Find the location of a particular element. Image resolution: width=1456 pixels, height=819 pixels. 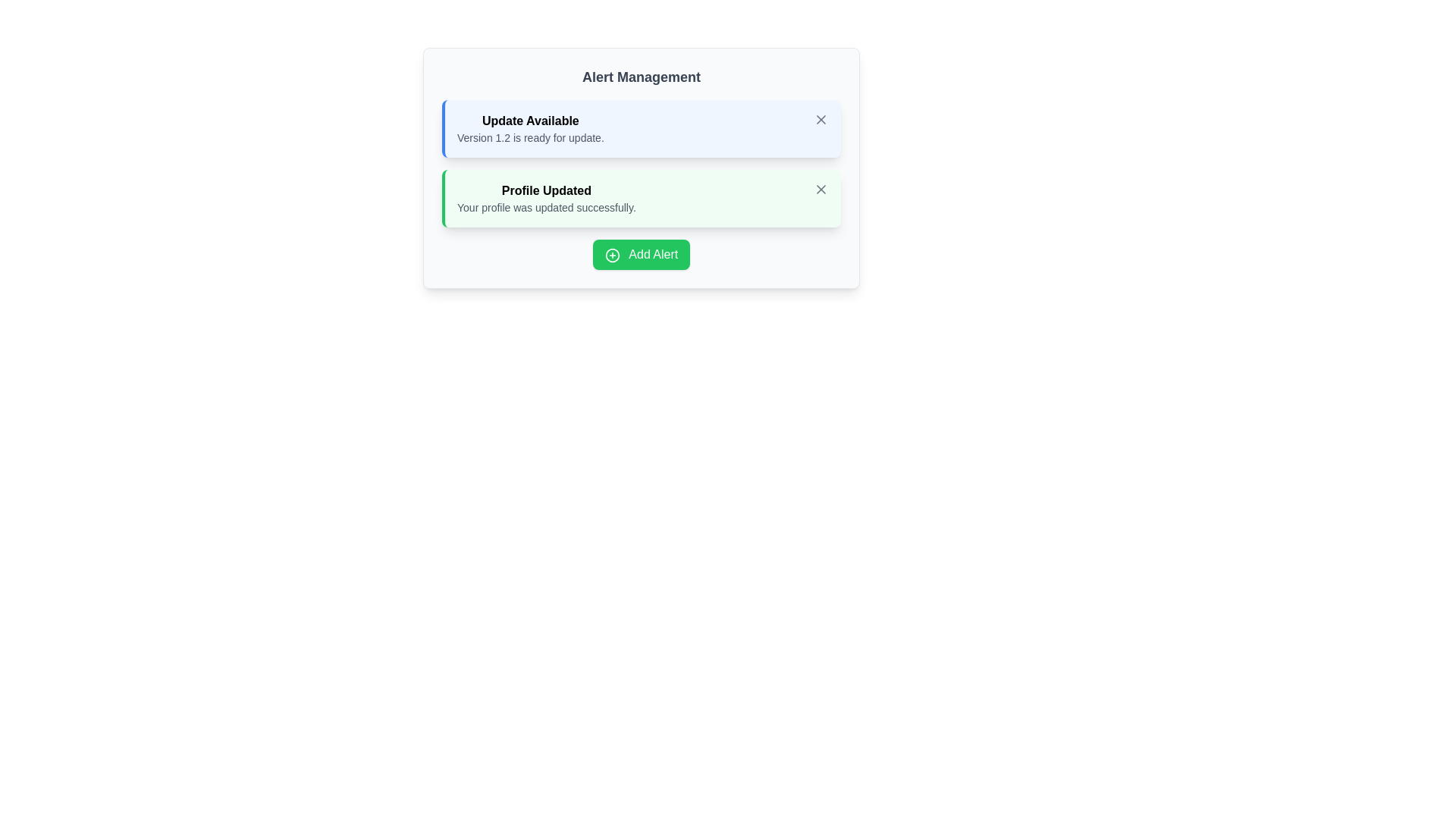

notification titled 'Profile Updated' which indicates that 'Your profile was updated successfully.' is located at coordinates (546, 198).